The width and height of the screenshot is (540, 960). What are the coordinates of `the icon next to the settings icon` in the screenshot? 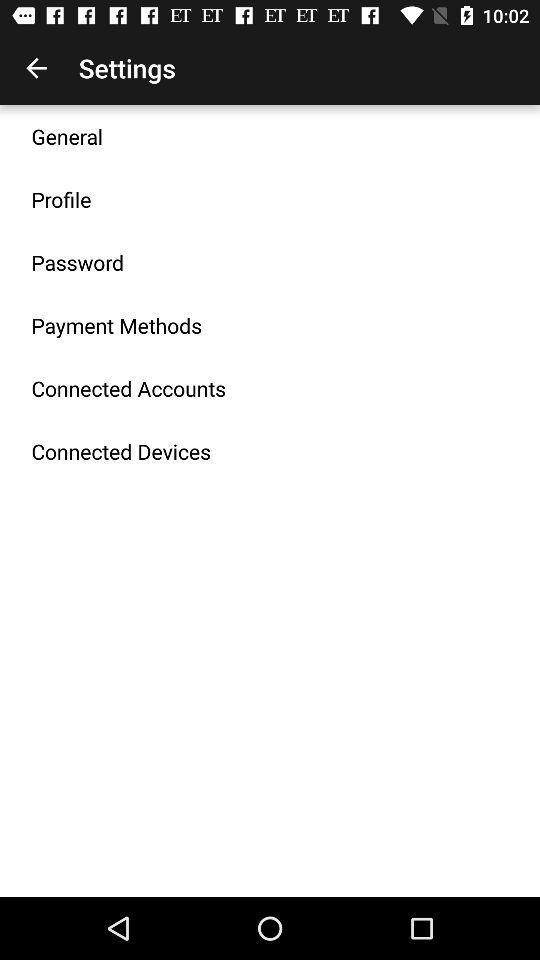 It's located at (36, 68).